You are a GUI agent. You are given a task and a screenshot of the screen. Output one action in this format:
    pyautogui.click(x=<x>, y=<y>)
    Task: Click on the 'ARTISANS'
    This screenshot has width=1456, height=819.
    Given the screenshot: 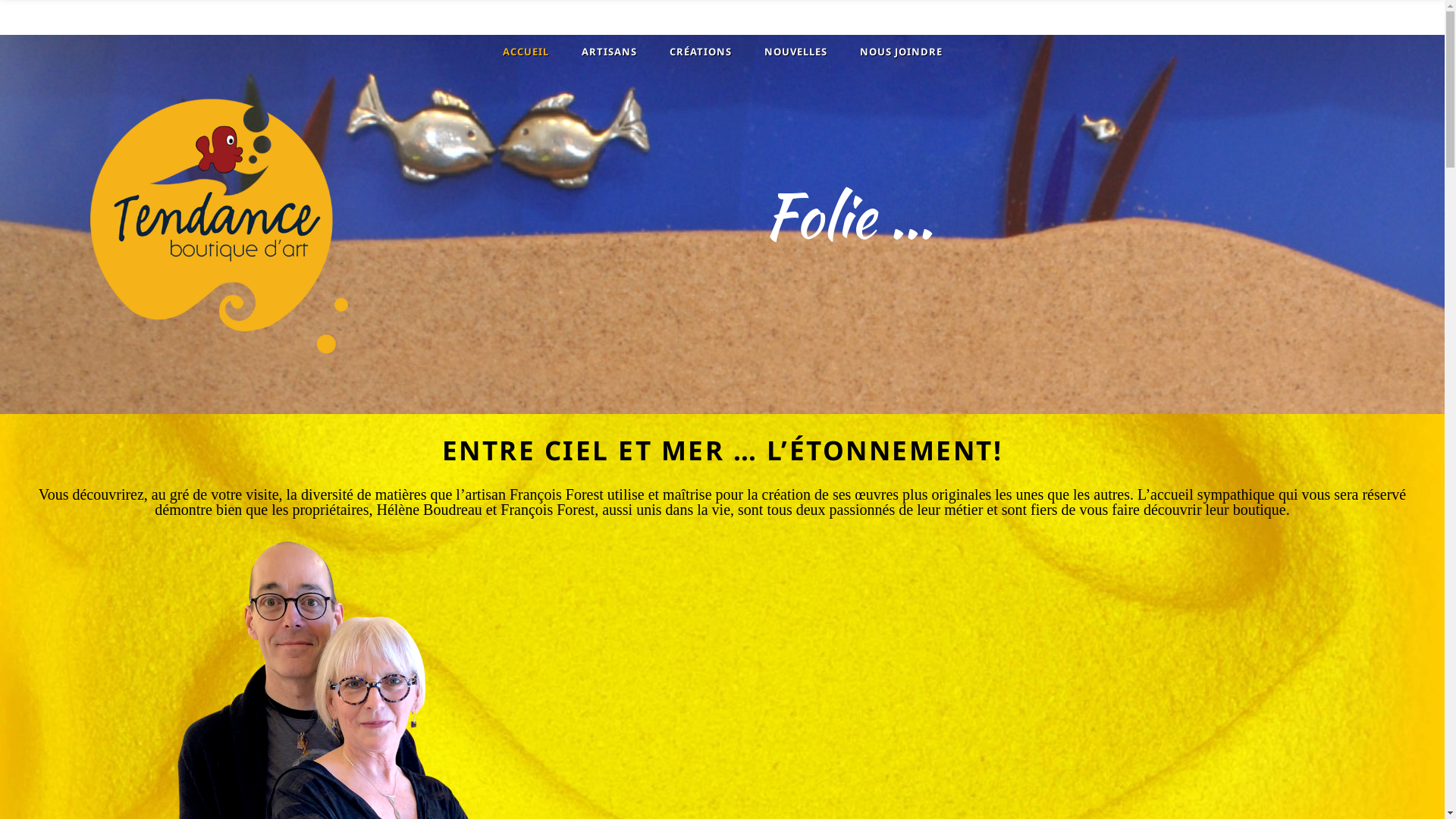 What is the action you would take?
    pyautogui.click(x=607, y=51)
    